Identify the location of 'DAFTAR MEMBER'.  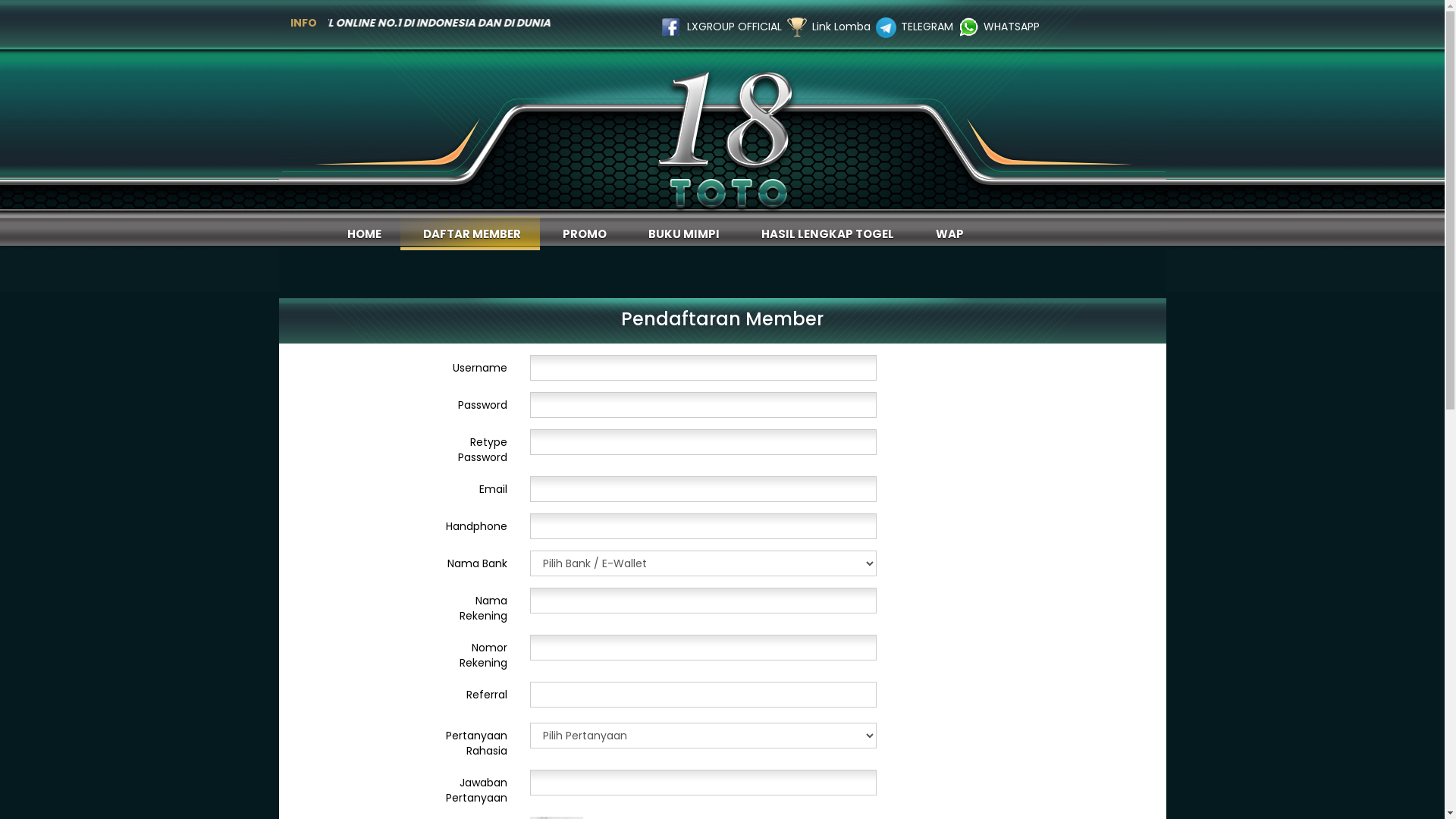
(469, 233).